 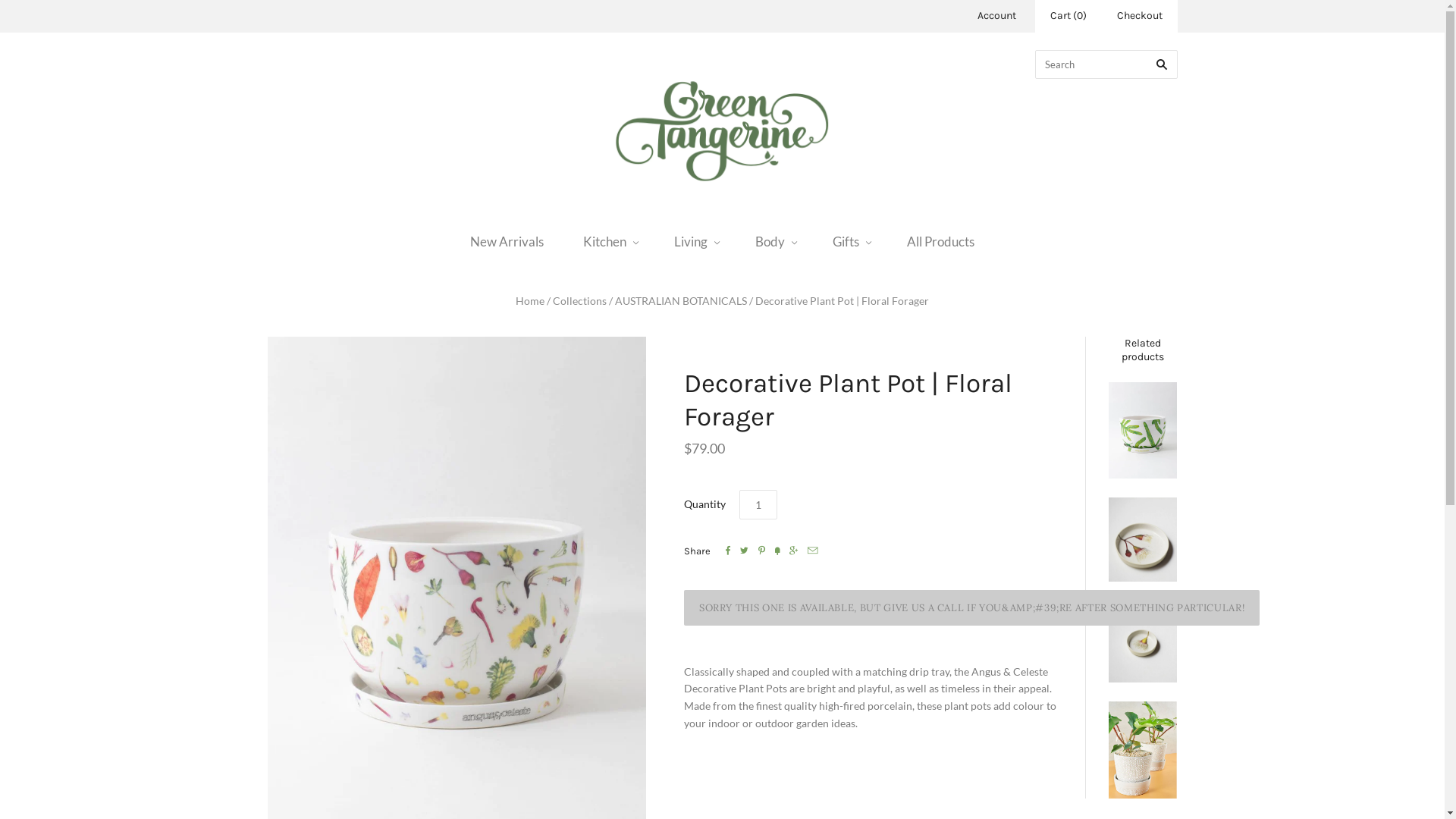 I want to click on 'Fairy Floss Gum Server Bowl', so click(x=1143, y=538).